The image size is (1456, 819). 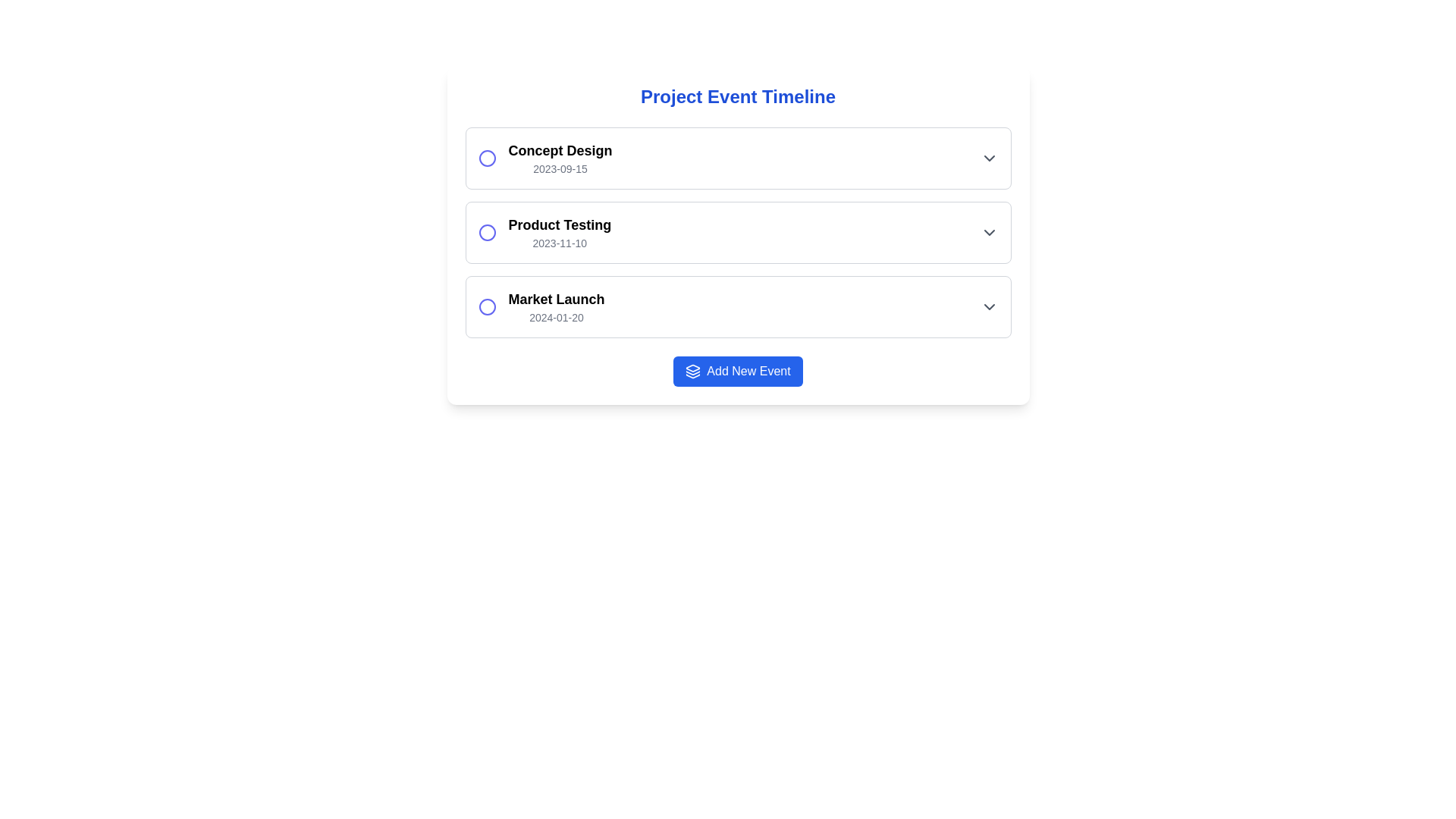 What do you see at coordinates (487, 307) in the screenshot?
I see `the radio button styled circle located to the left of the 'Market Launch' text` at bounding box center [487, 307].